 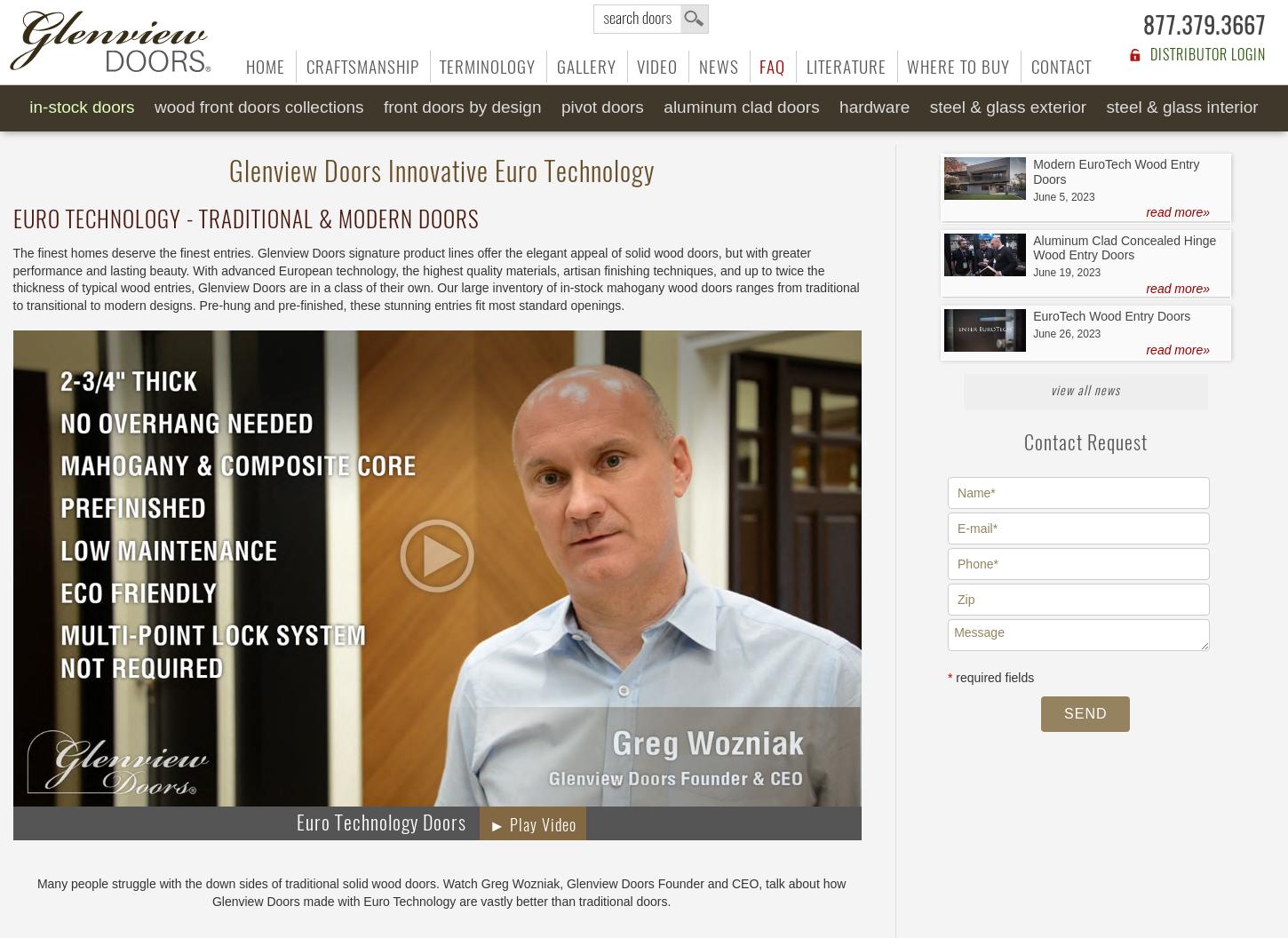 I want to click on 'In-Stock', so click(x=29, y=106).